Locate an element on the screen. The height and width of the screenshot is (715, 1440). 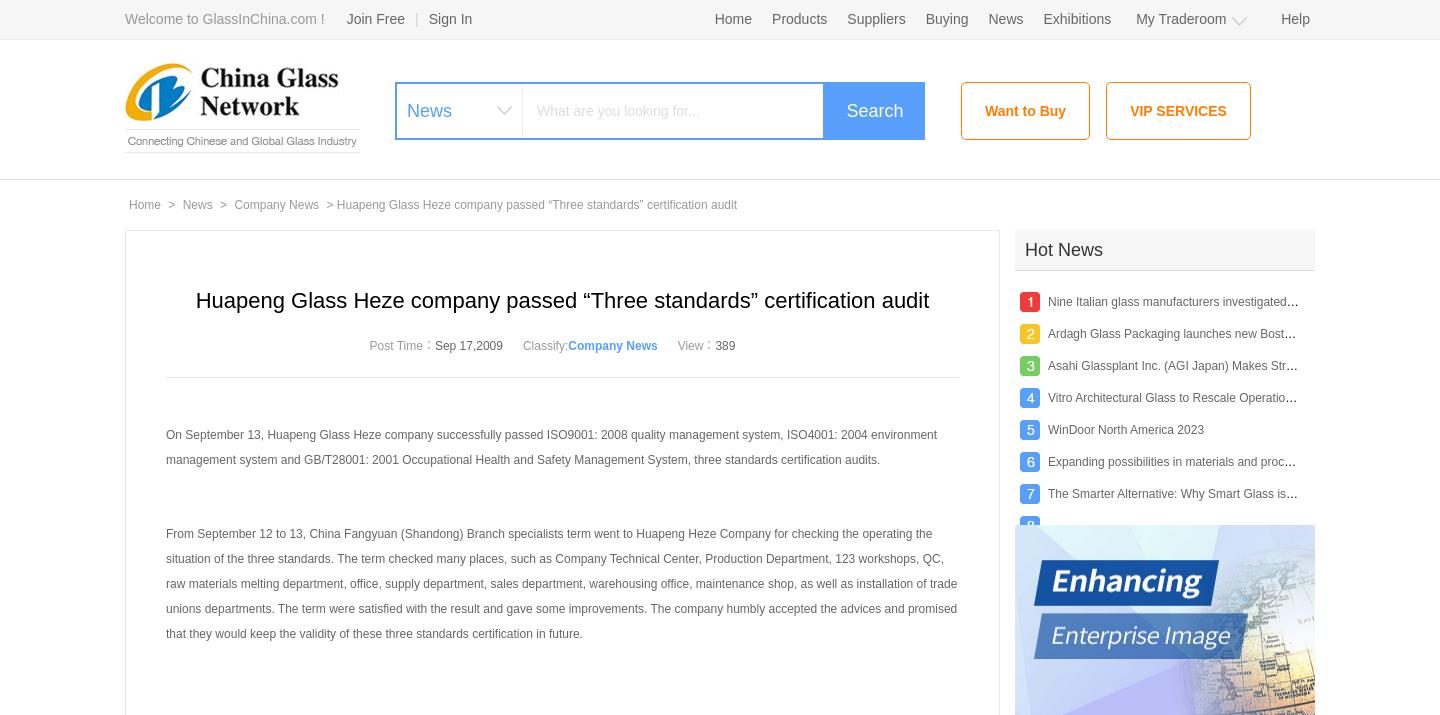
'My Traderoom' is located at coordinates (1180, 19).